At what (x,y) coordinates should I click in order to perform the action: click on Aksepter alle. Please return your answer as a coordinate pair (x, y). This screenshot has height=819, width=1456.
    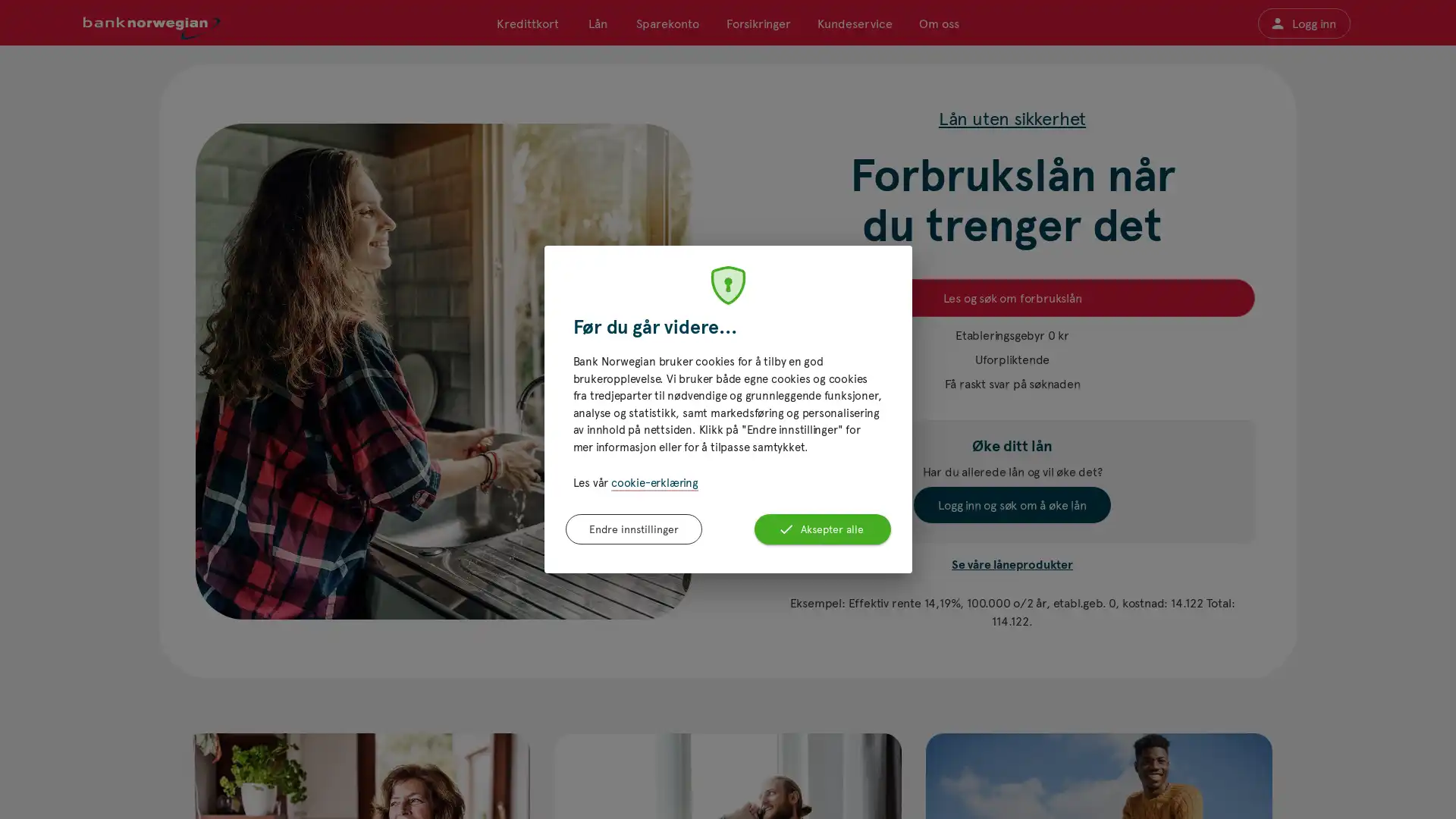
    Looking at the image, I should click on (821, 528).